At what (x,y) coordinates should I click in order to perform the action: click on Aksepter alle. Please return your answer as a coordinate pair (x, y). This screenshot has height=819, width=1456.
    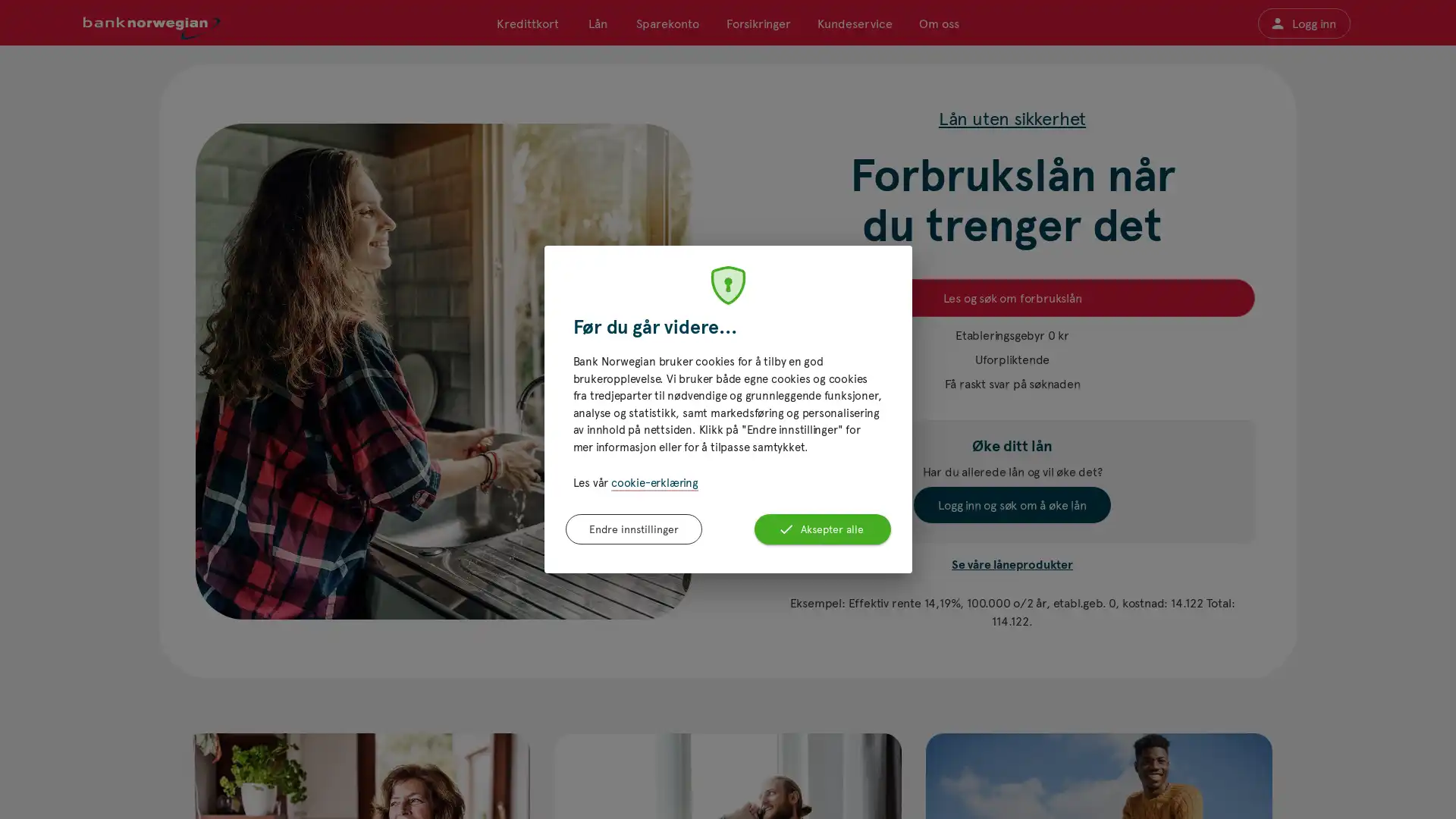
    Looking at the image, I should click on (821, 528).